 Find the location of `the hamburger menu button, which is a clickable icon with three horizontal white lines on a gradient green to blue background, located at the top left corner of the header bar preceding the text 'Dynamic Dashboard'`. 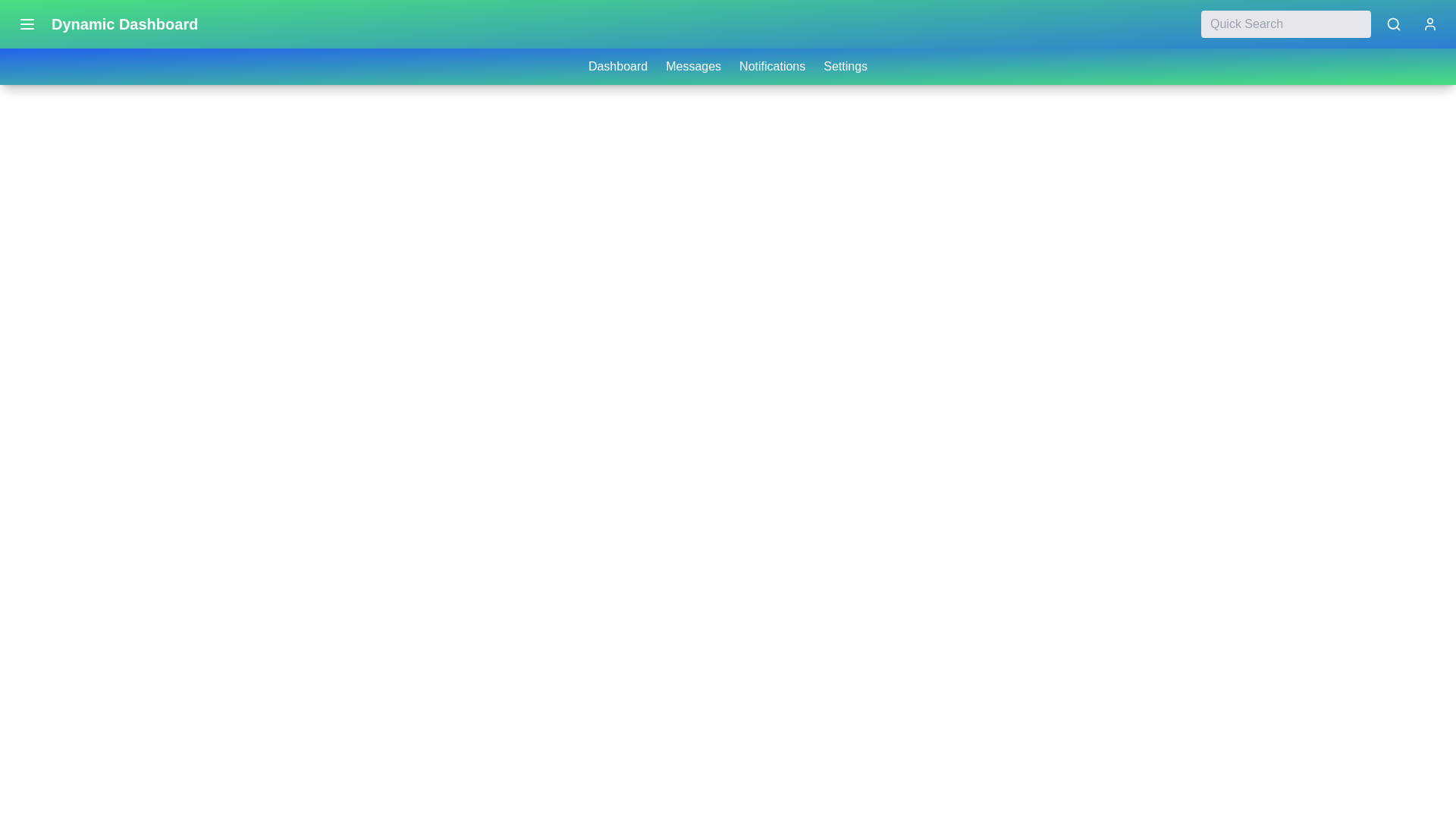

the hamburger menu button, which is a clickable icon with three horizontal white lines on a gradient green to blue background, located at the top left corner of the header bar preceding the text 'Dynamic Dashboard' is located at coordinates (27, 24).